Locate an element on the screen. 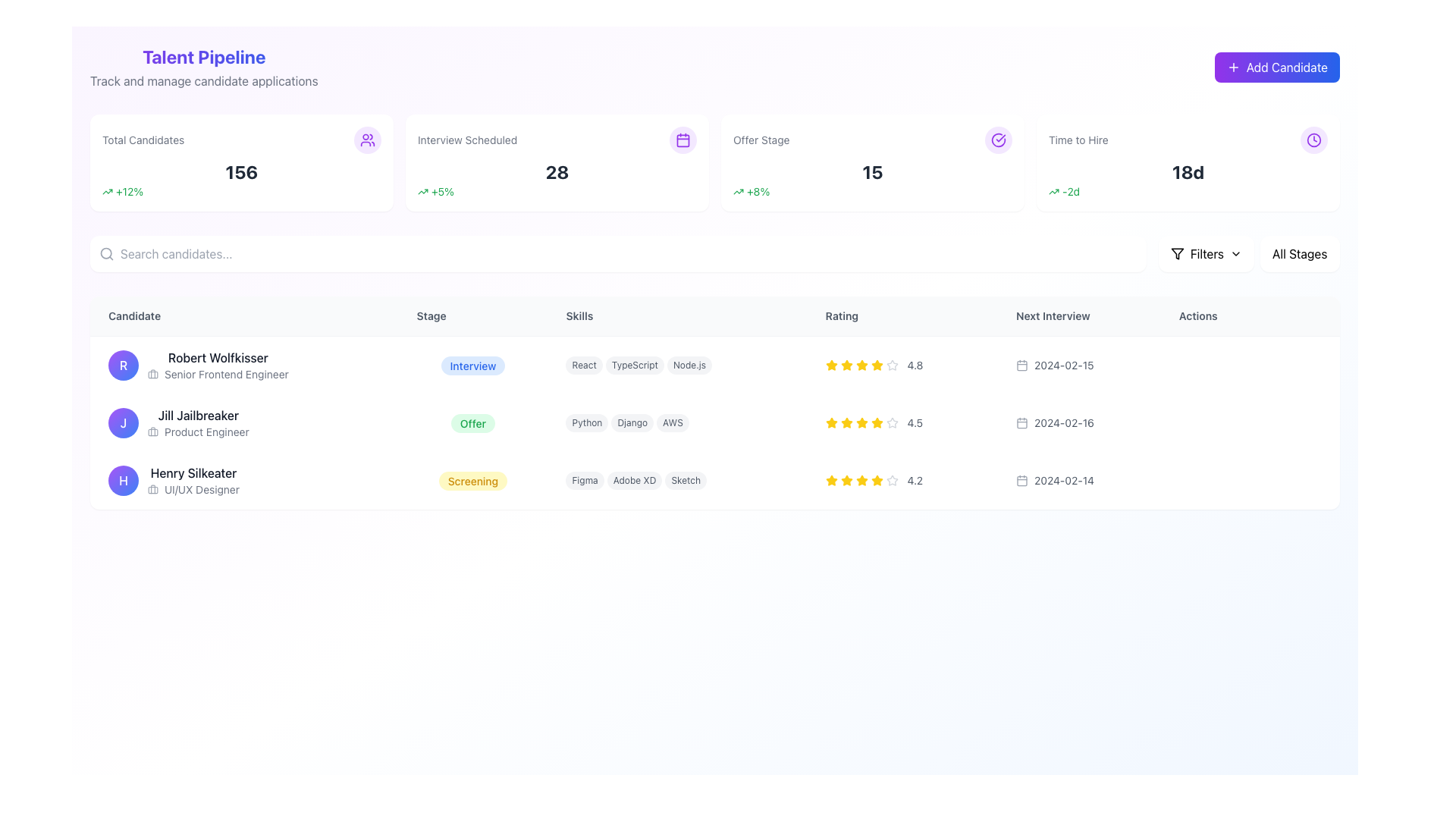  the yellow star icon representing the rating for 'Robert Wolfkisser' in the first row of the 'Rating' column is located at coordinates (861, 365).